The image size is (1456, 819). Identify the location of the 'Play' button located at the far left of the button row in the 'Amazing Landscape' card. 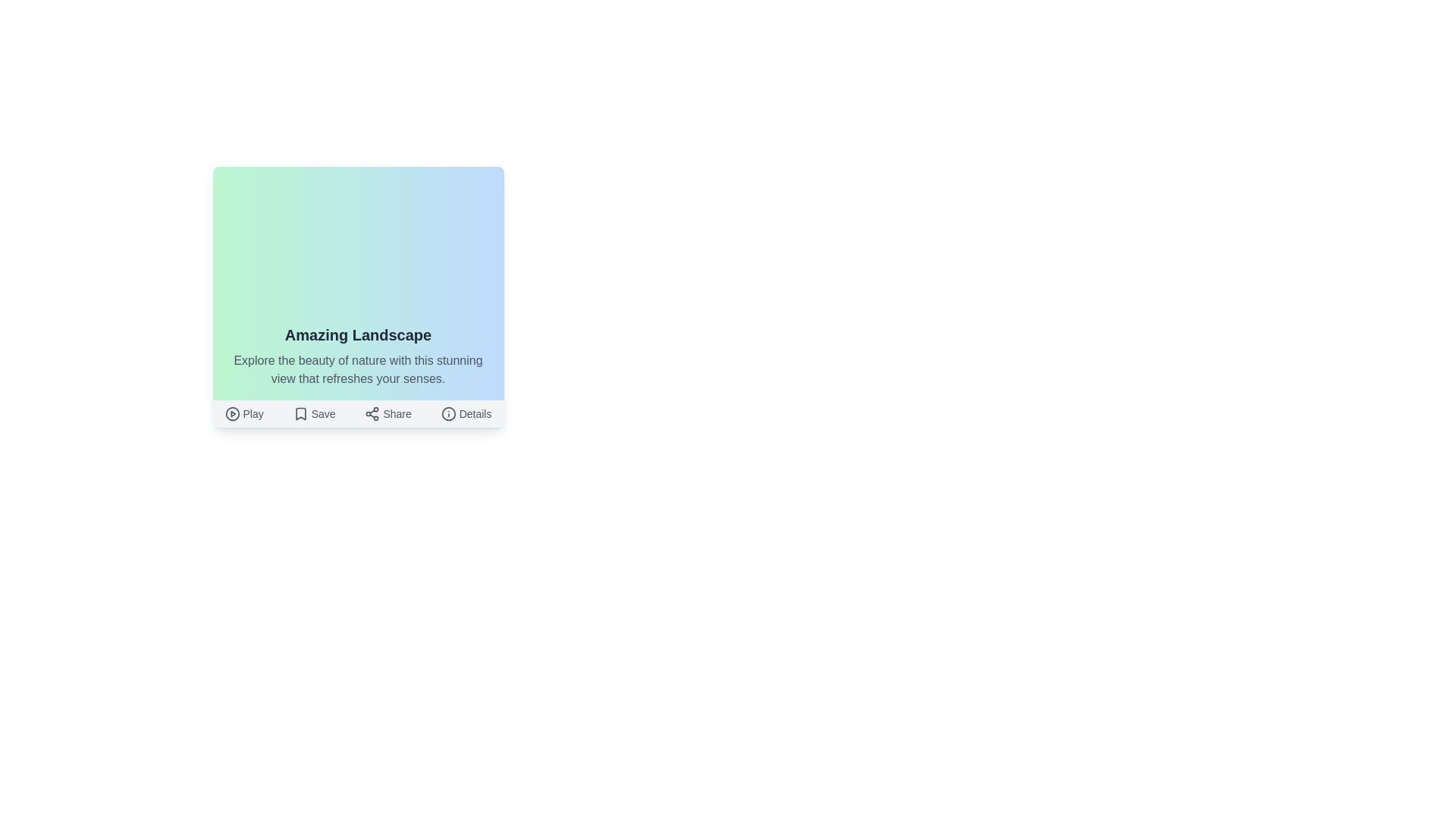
(244, 414).